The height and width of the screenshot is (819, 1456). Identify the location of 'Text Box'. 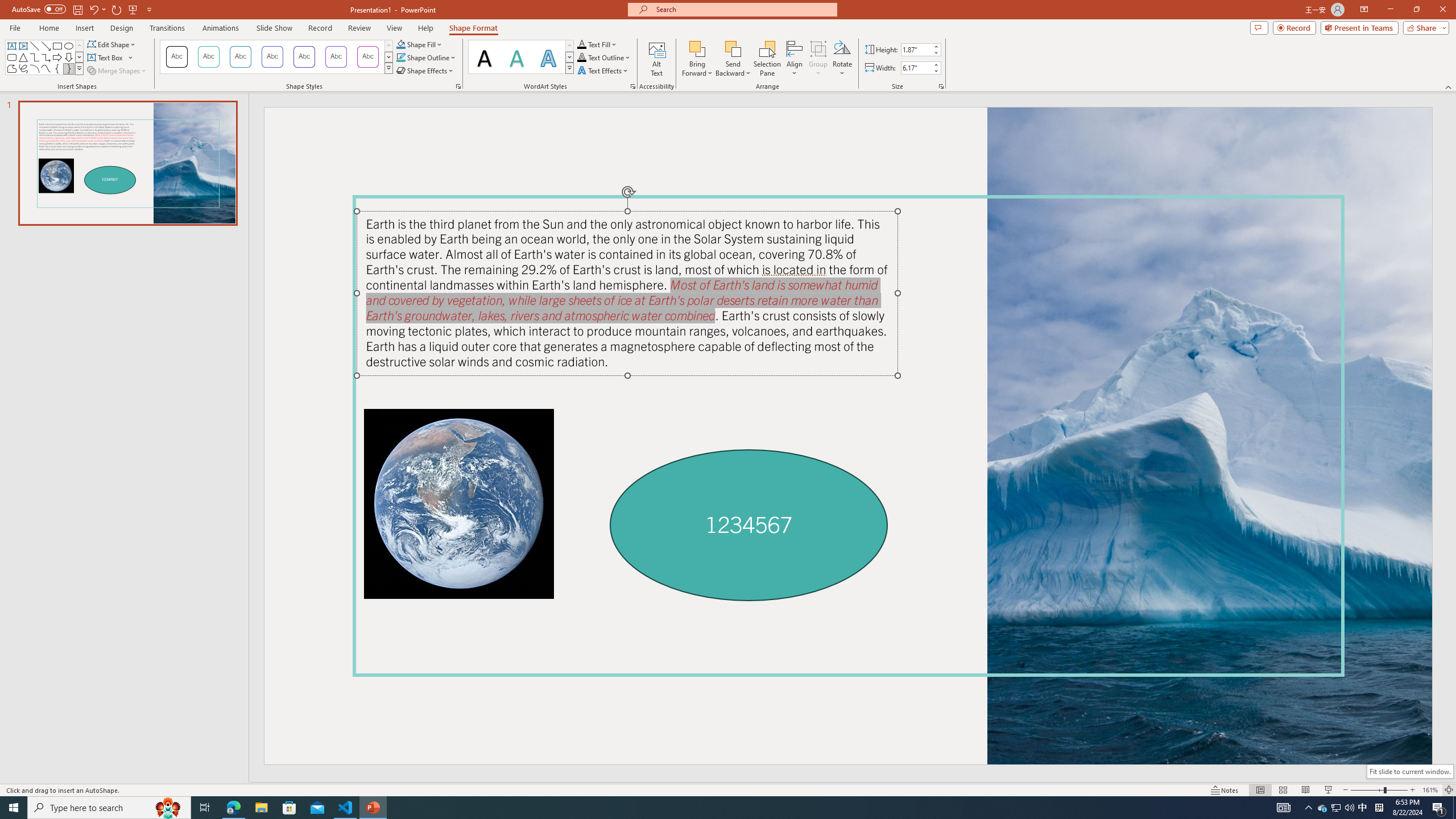
(110, 56).